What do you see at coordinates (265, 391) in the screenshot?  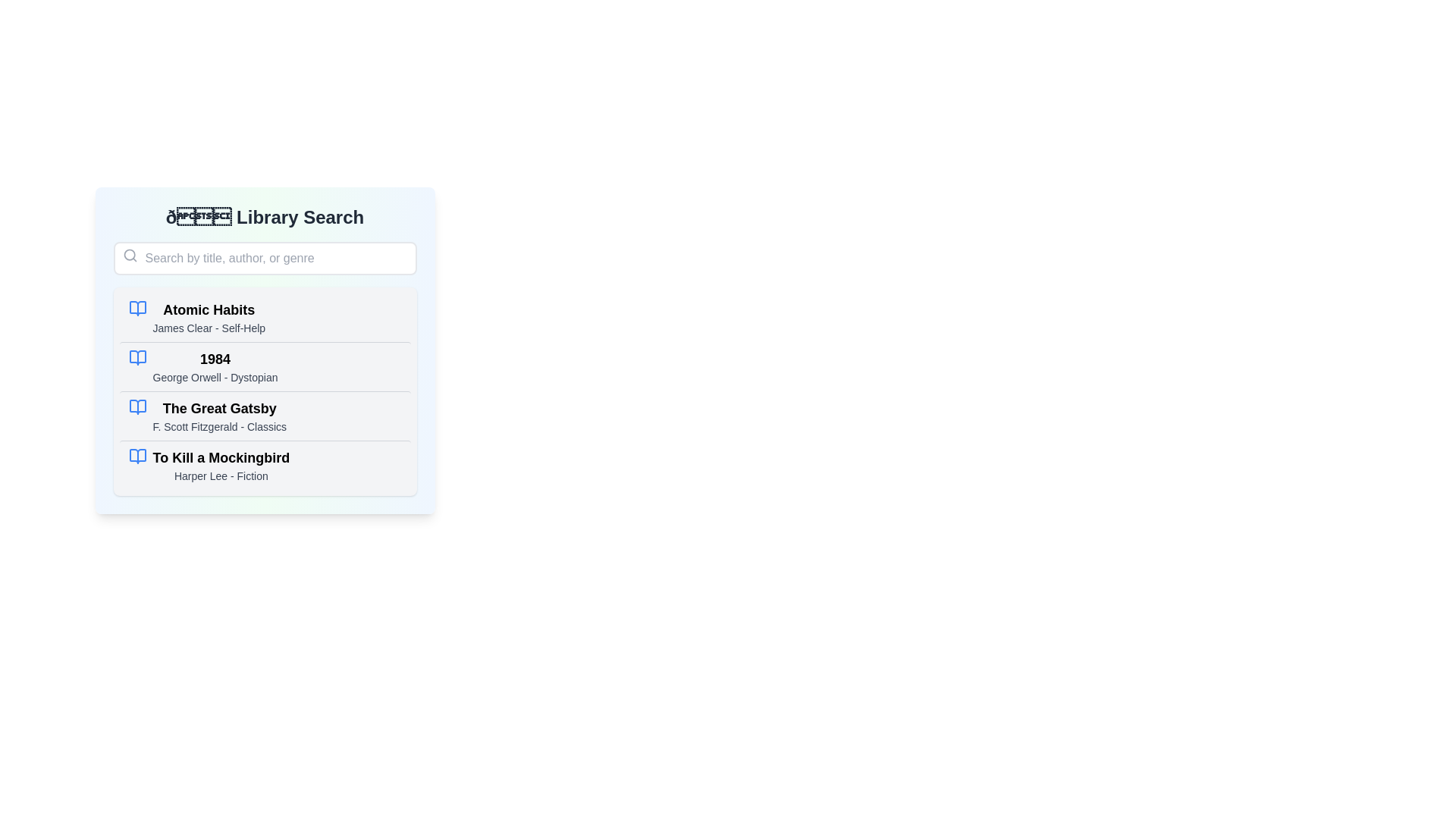 I see `an individual book title within the list view of books displayed in the content card group` at bounding box center [265, 391].